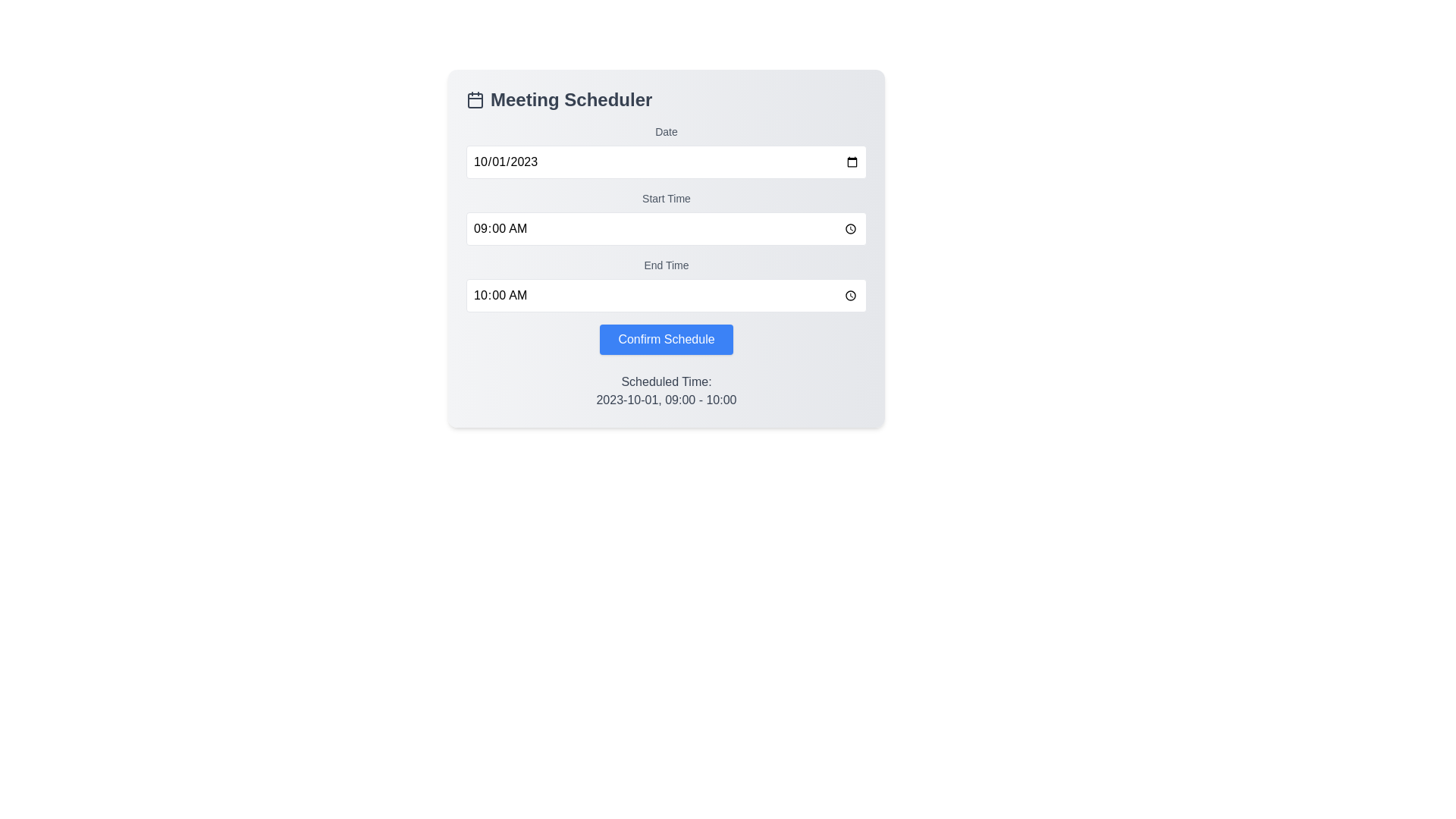  Describe the element at coordinates (666, 198) in the screenshot. I see `the static text label that indicates the purpose of the input element for selecting the start time, located directly below the date input field and above the '09:00 AM' time input field` at that location.